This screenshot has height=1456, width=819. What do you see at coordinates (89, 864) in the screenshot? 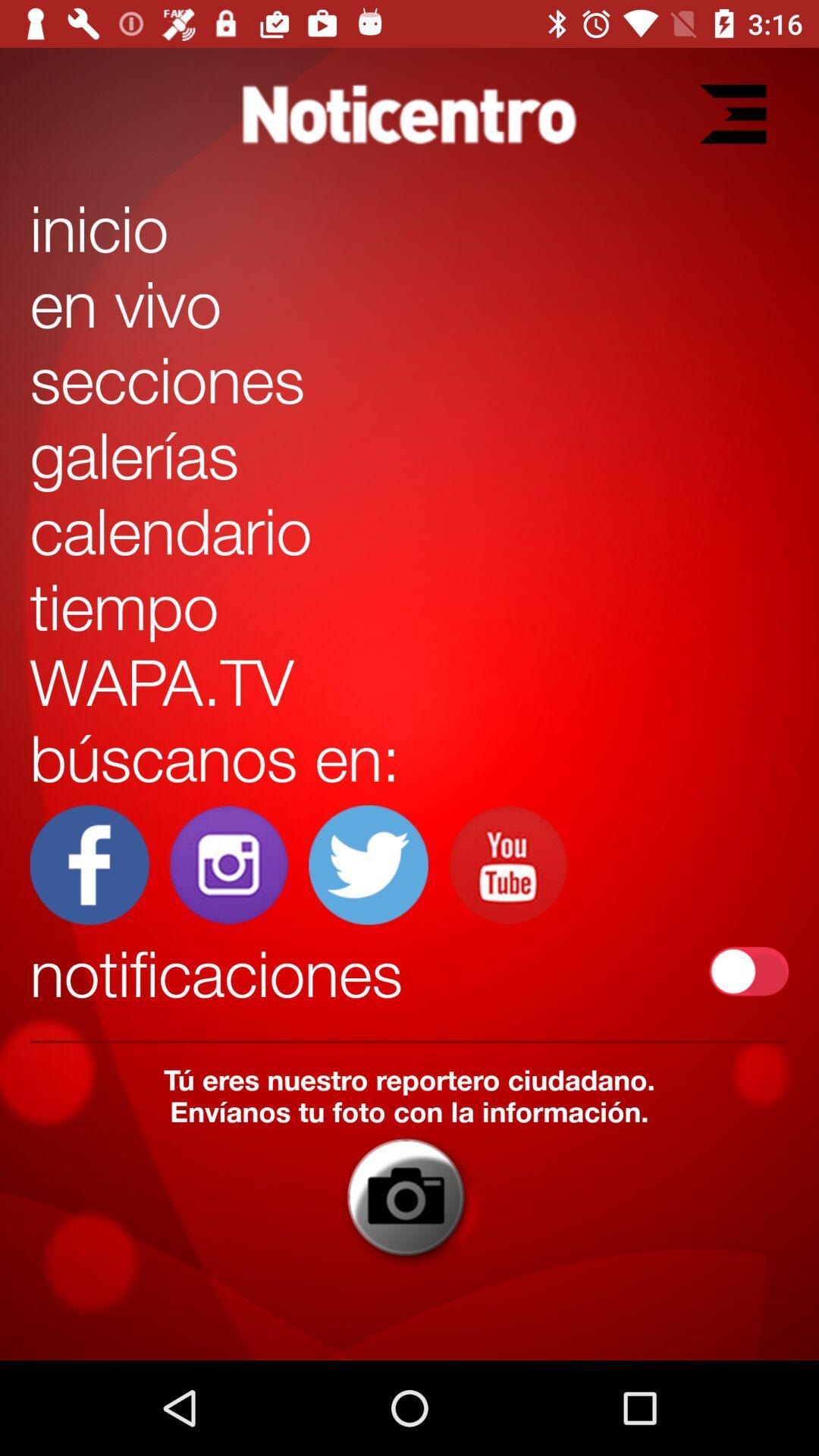
I see `the facebook icon` at bounding box center [89, 864].